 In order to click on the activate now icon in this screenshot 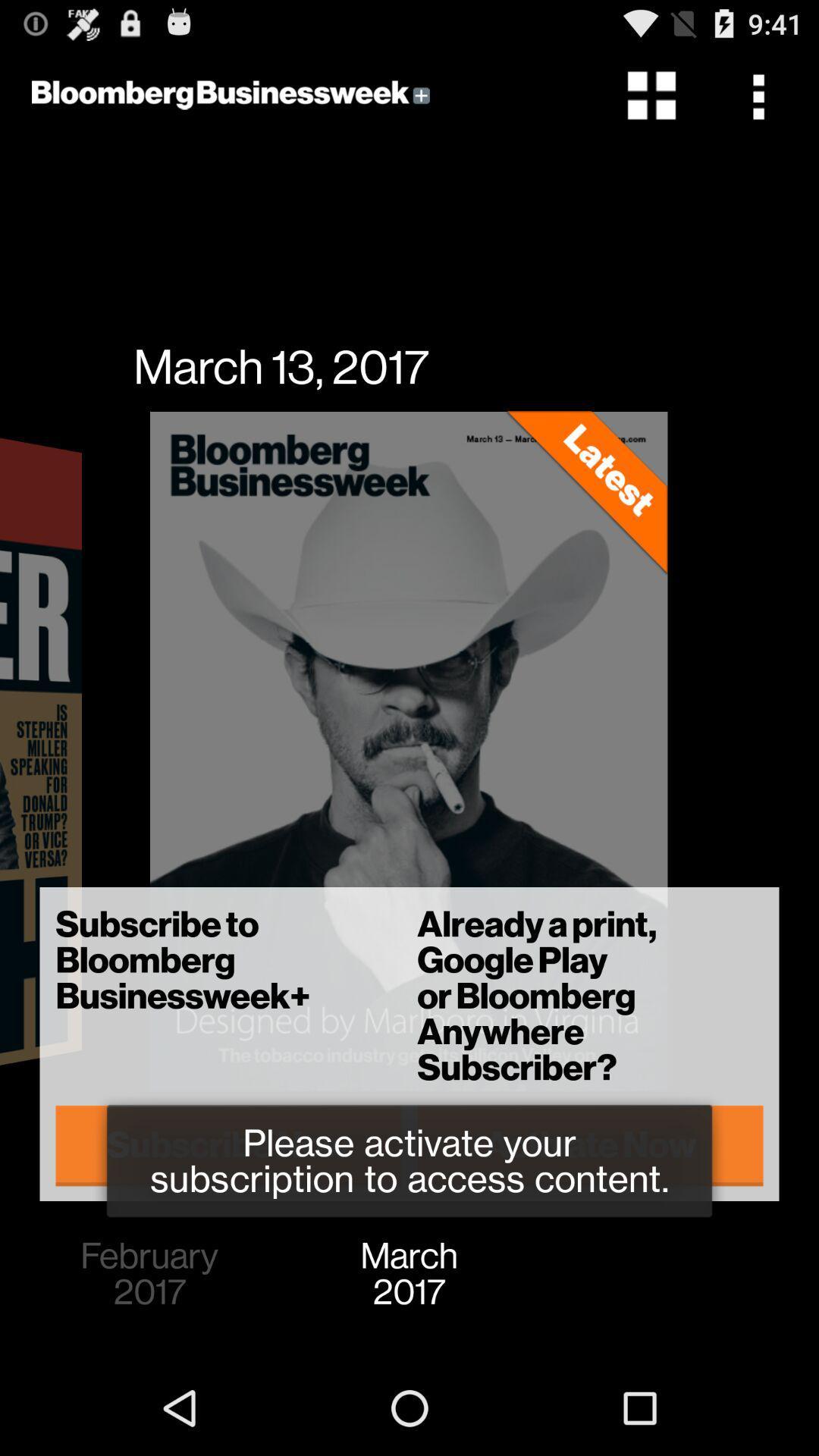, I will do `click(589, 1145)`.